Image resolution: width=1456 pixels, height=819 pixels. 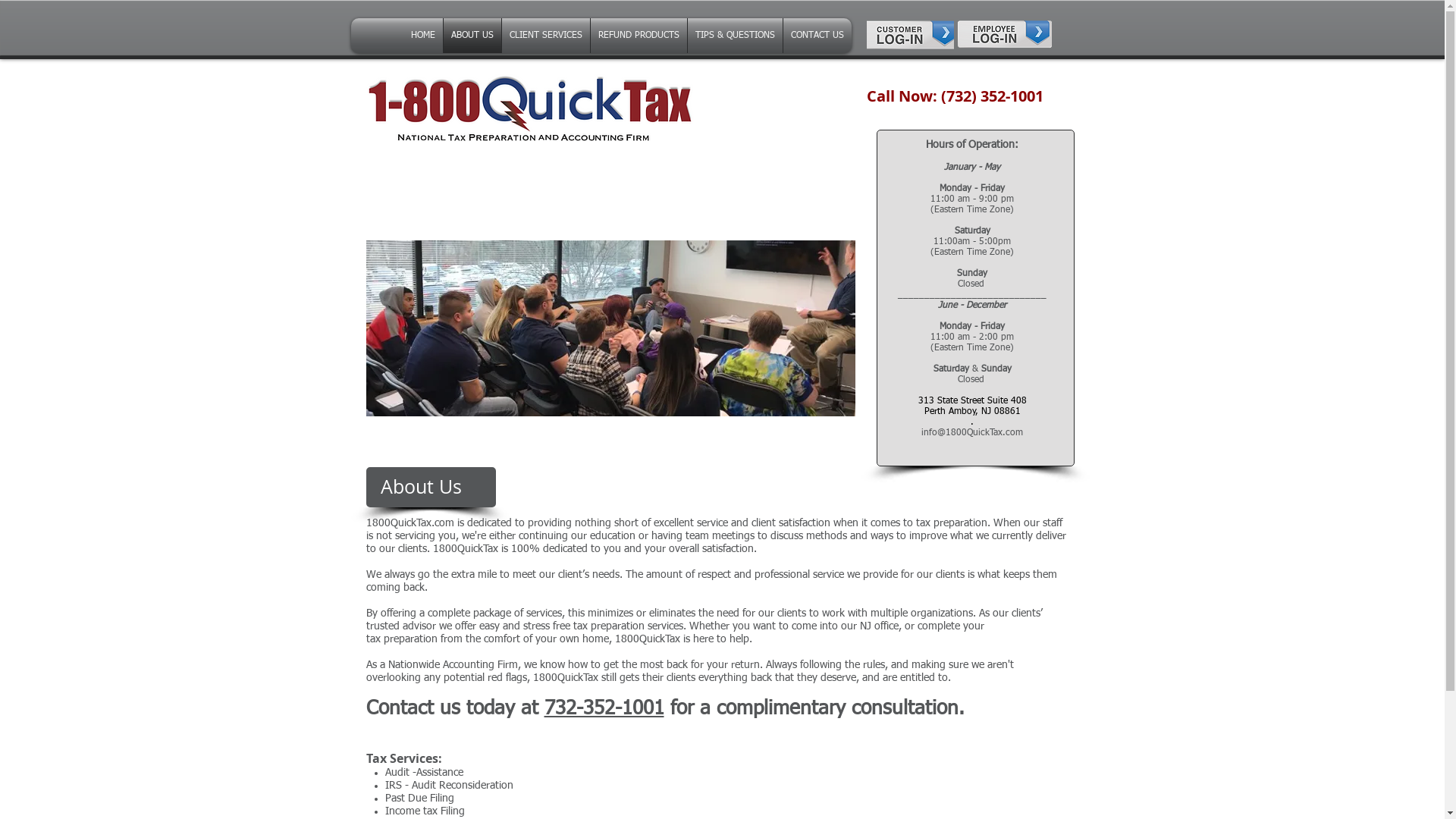 I want to click on 'TIPS & QUESTIONS', so click(x=734, y=34).